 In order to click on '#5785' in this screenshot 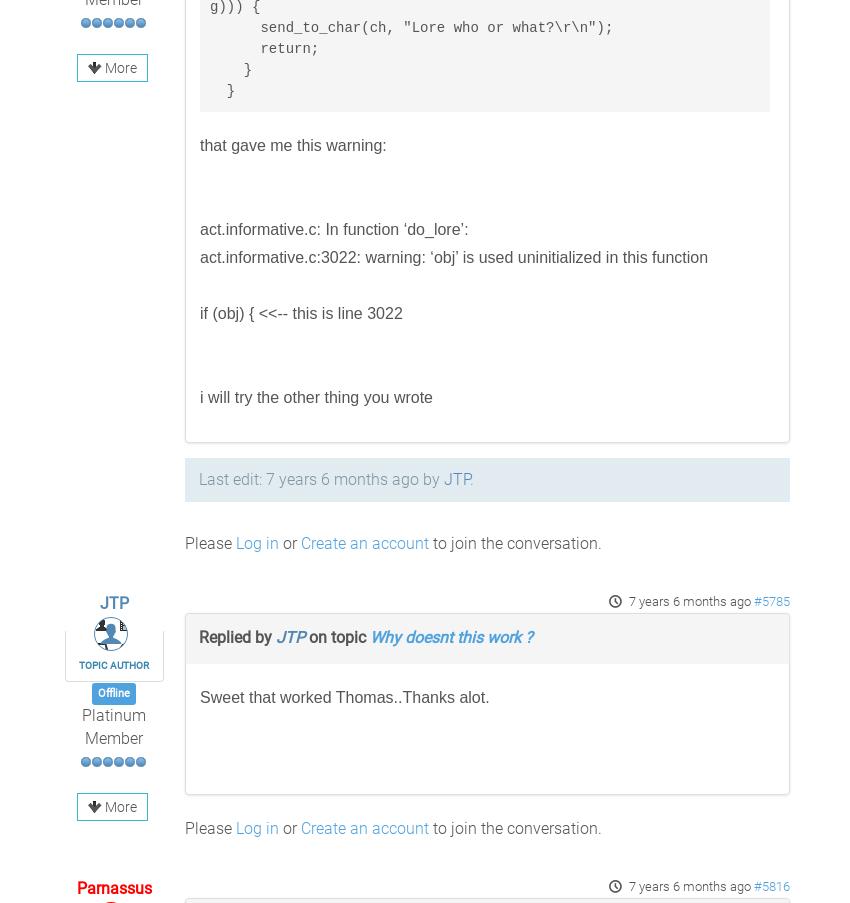, I will do `click(770, 601)`.